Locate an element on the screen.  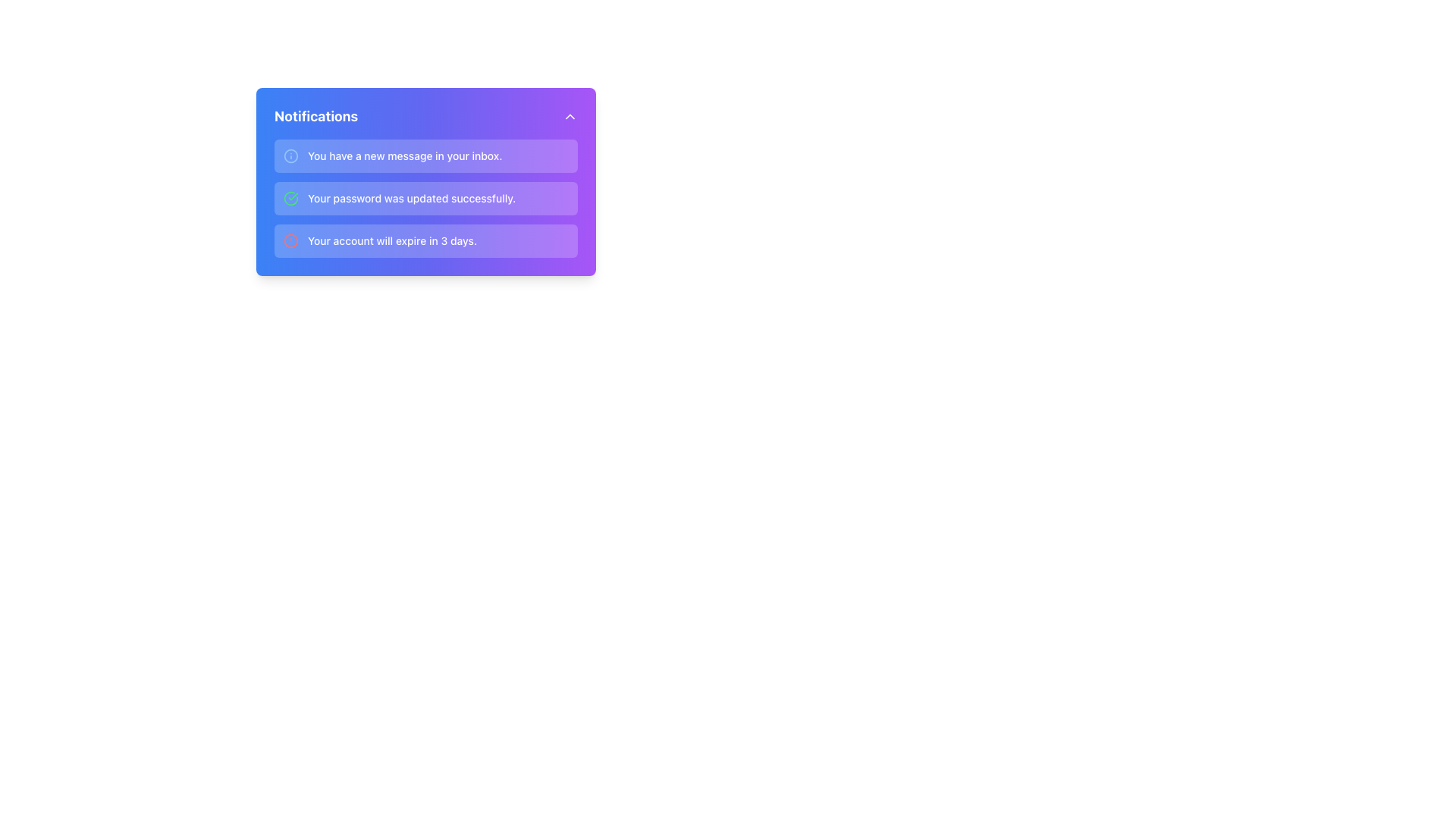
the circular graphical element within the alert icon that indicates warnings or notifications, positioned at the right side of the notification text 'Your account will expire in 3 days.' is located at coordinates (291, 240).